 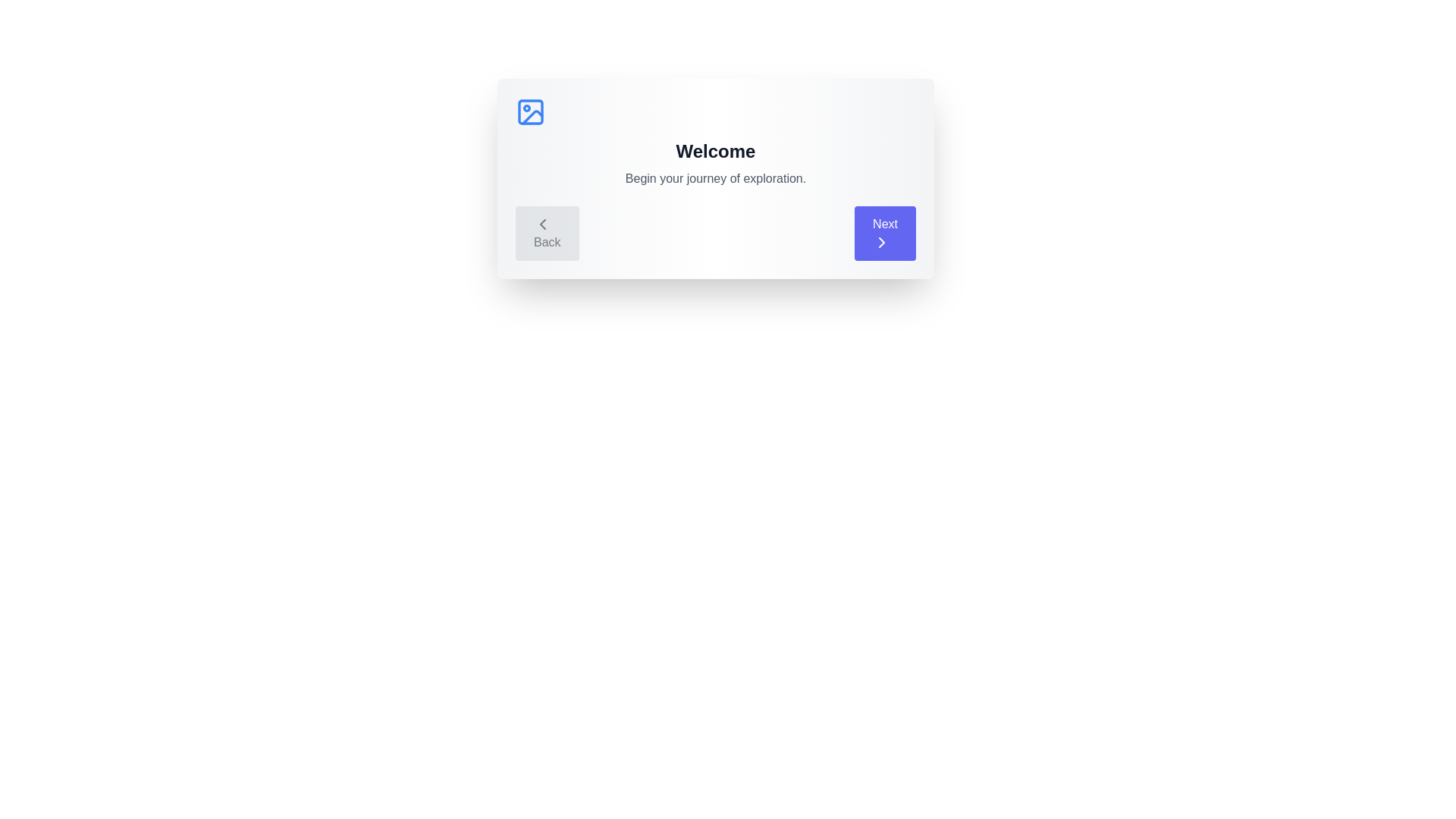 I want to click on the Back button to navigate through the steps, so click(x=546, y=234).